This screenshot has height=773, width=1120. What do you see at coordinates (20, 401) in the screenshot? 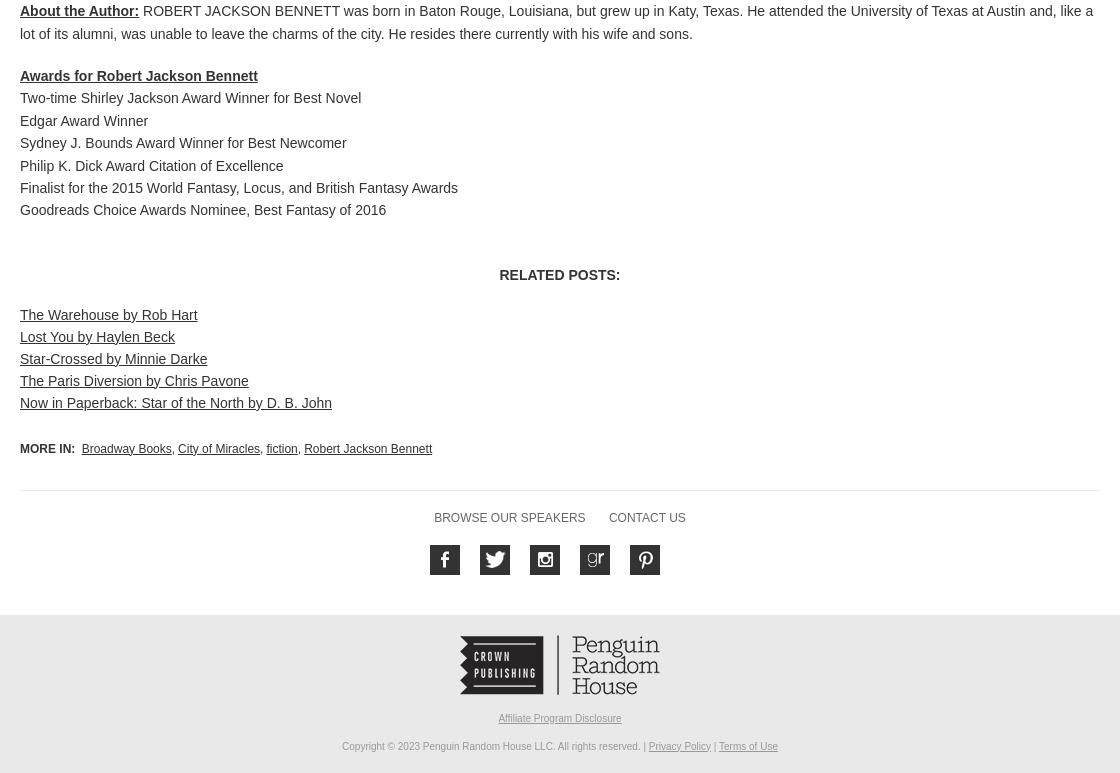
I see `'Now in Paperback: Star of the North by D. B. John'` at bounding box center [20, 401].